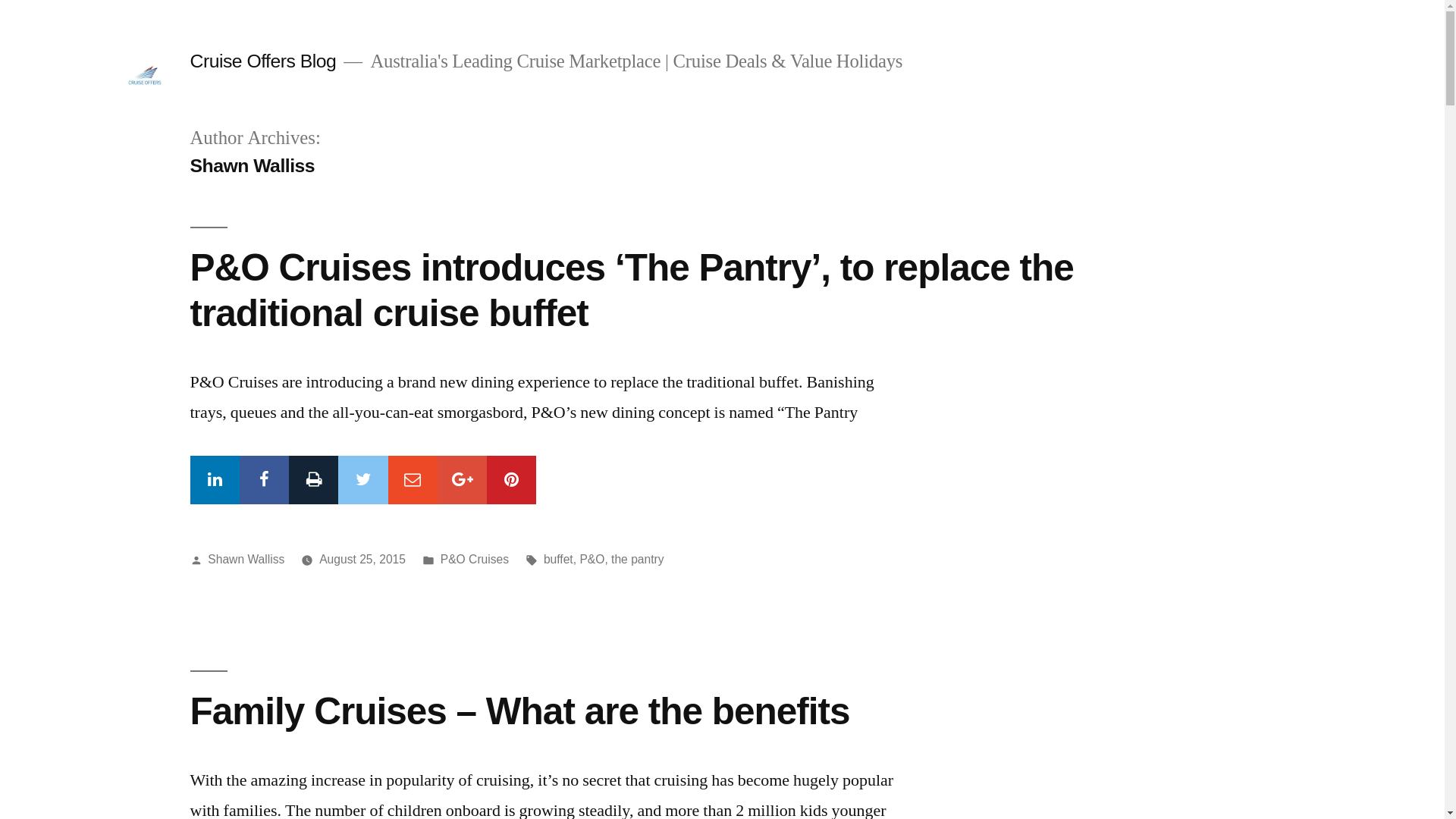 This screenshot has width=1456, height=819. I want to click on 'Cruise Offers Blog', so click(262, 60).